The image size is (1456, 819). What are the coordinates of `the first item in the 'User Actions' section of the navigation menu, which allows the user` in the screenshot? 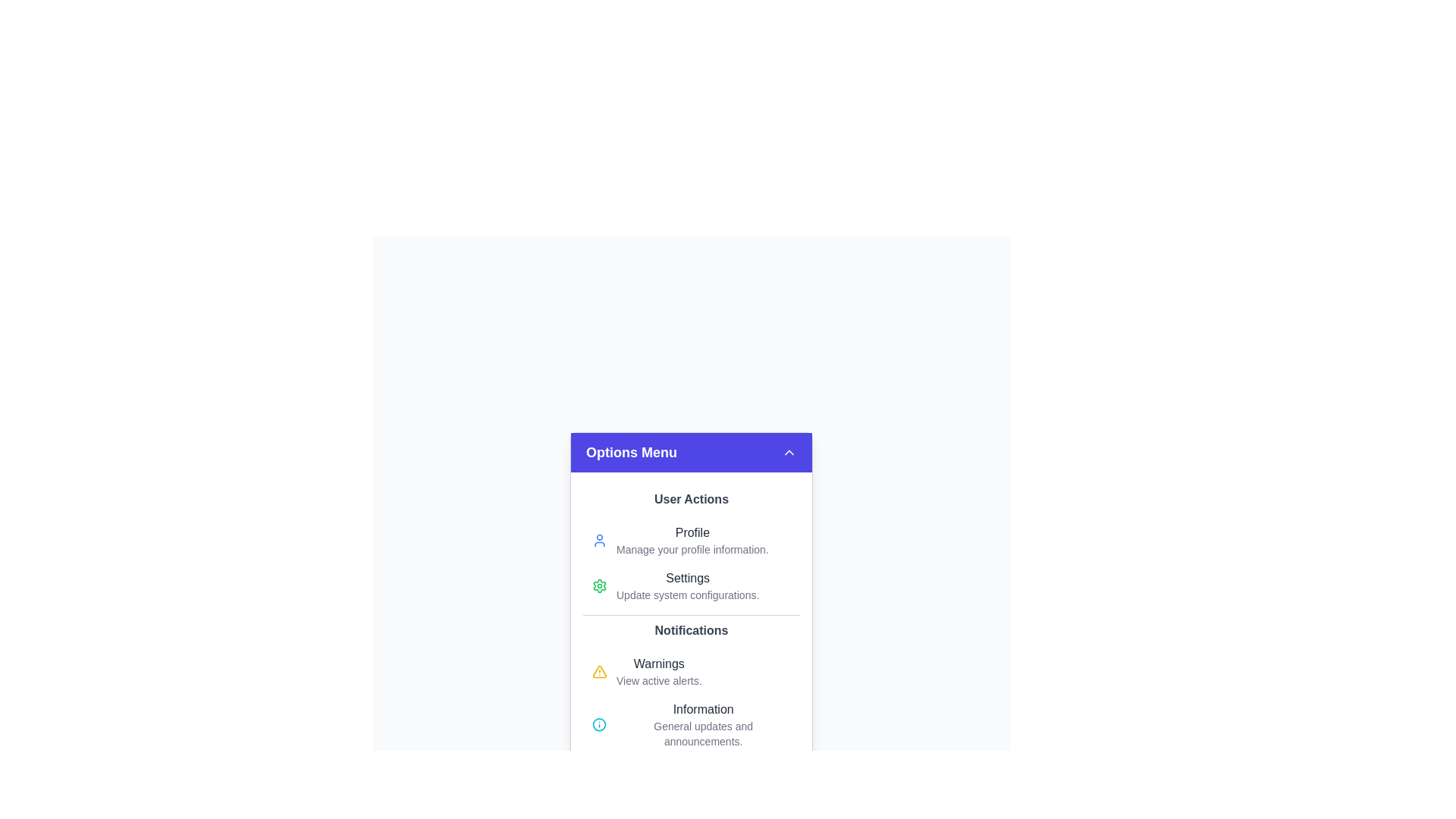 It's located at (692, 540).